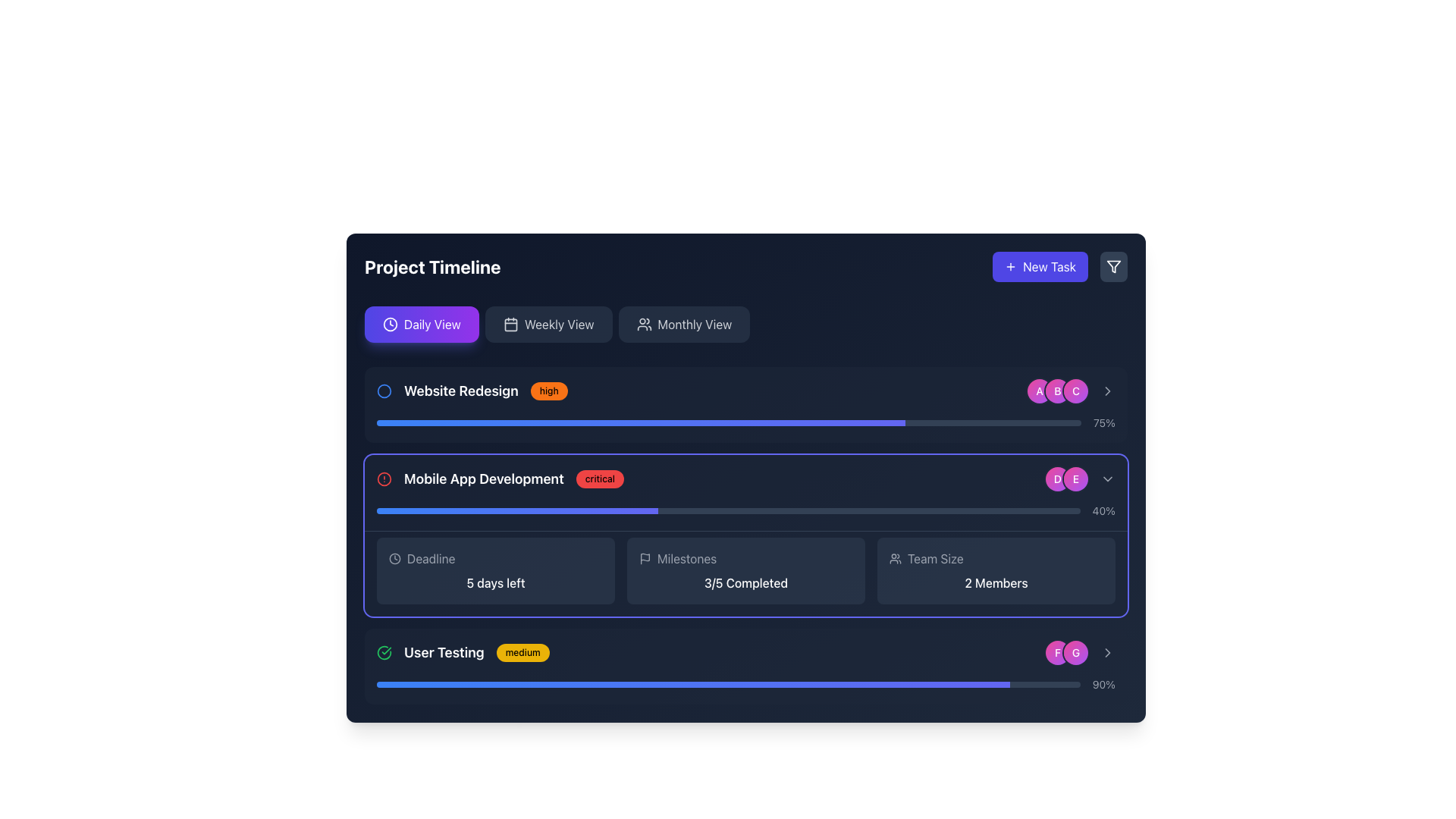  I want to click on the rightward-pointing chevron icon located to the right of the second item in the list, so click(1107, 391).